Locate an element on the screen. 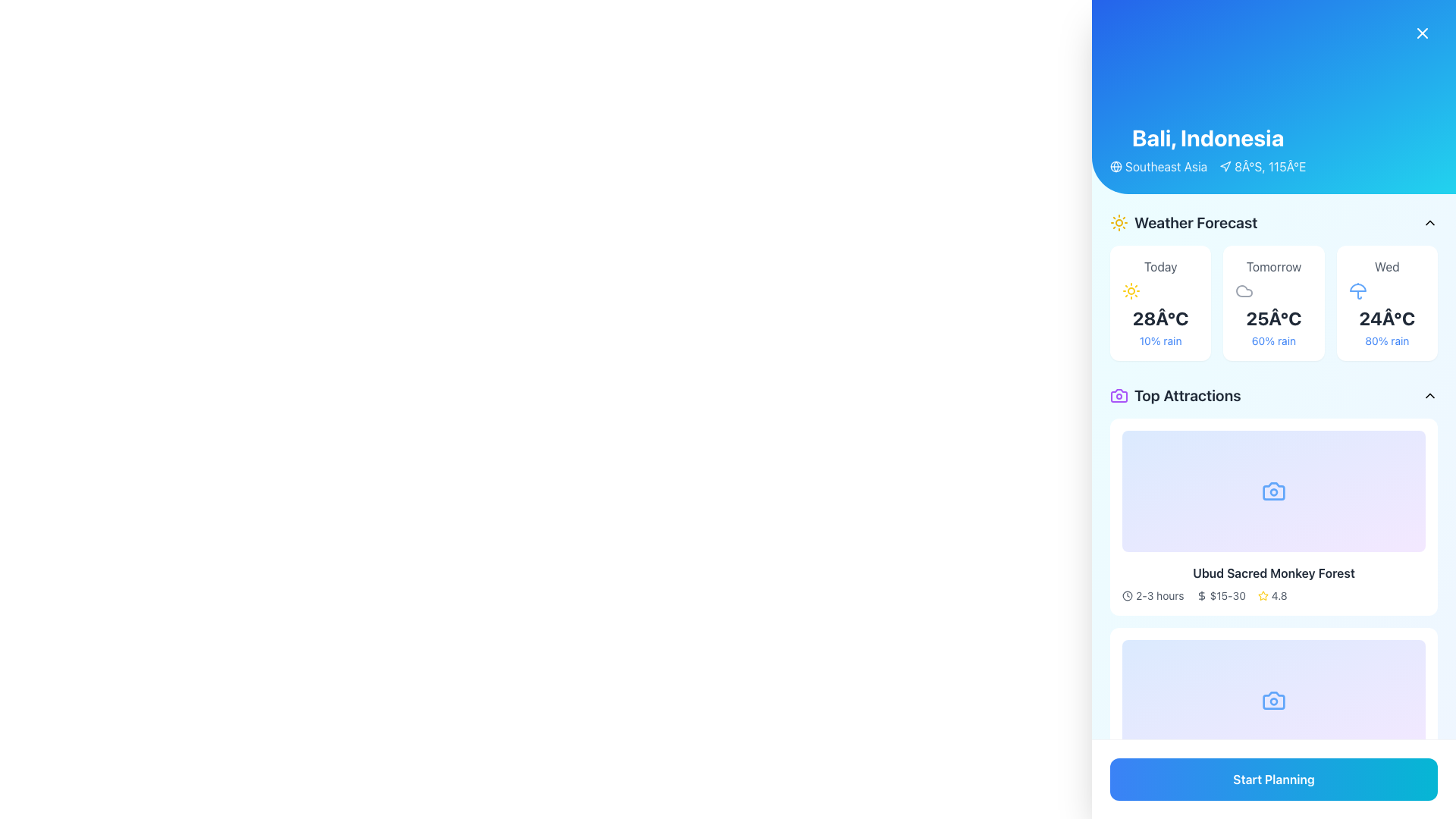 Image resolution: width=1456 pixels, height=819 pixels. the small chevron icon pointing upwards located at the far right of the 'Weather Forecast' header bar to trigger tooltip or highlight effects is located at coordinates (1429, 222).